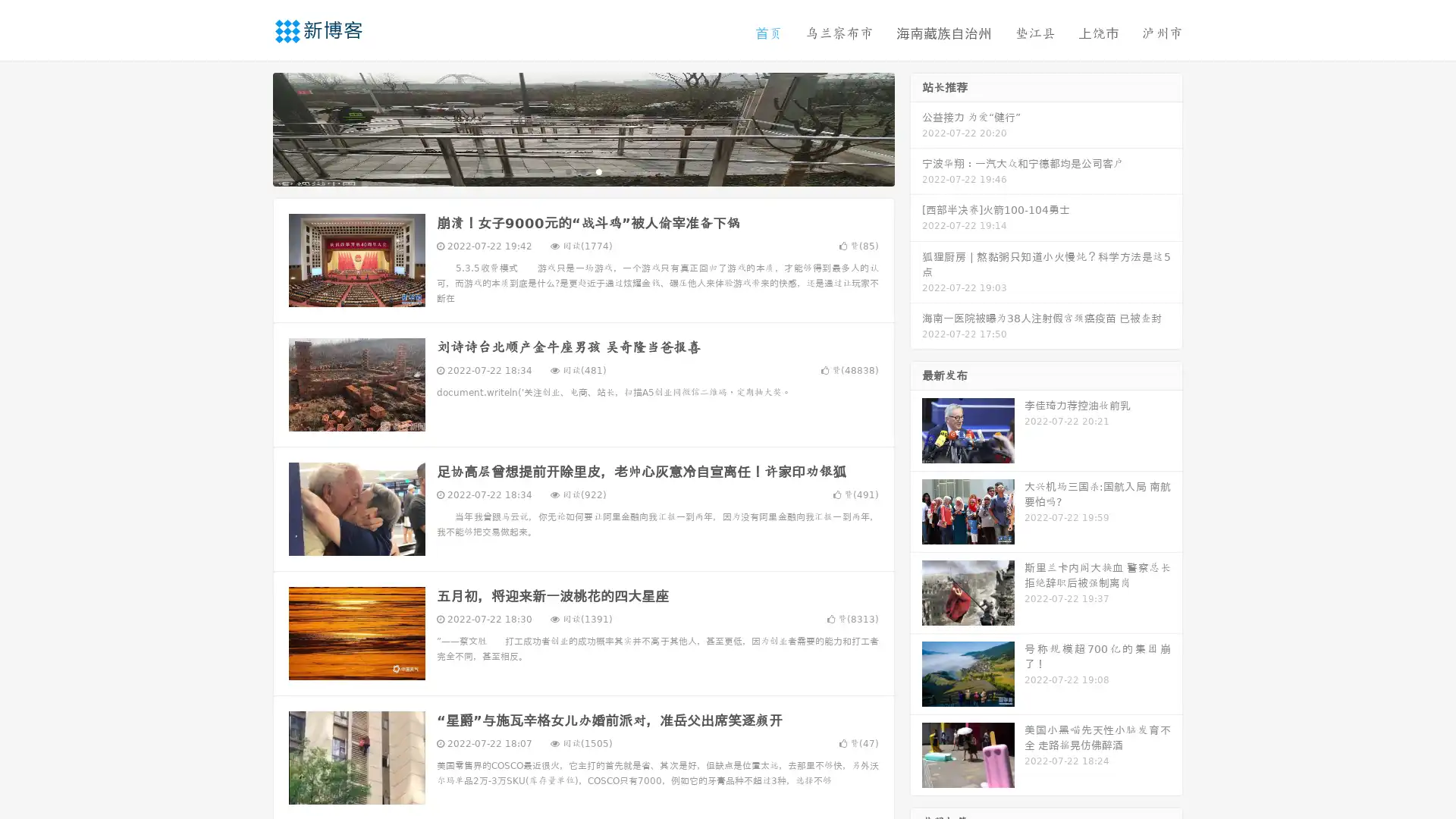  I want to click on Next slide, so click(916, 127).